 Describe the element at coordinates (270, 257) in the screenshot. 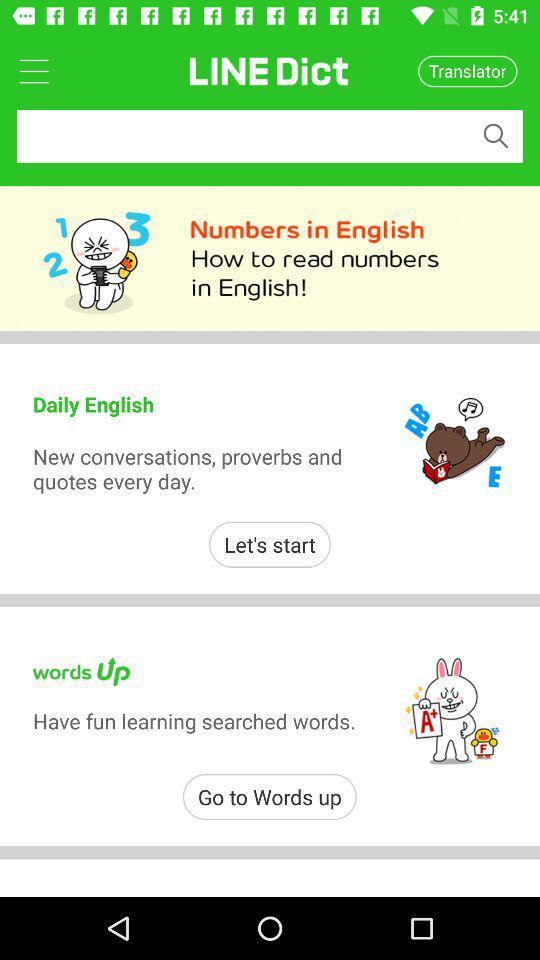

I see `213 numbers in english how to read numbers in engligh` at that location.